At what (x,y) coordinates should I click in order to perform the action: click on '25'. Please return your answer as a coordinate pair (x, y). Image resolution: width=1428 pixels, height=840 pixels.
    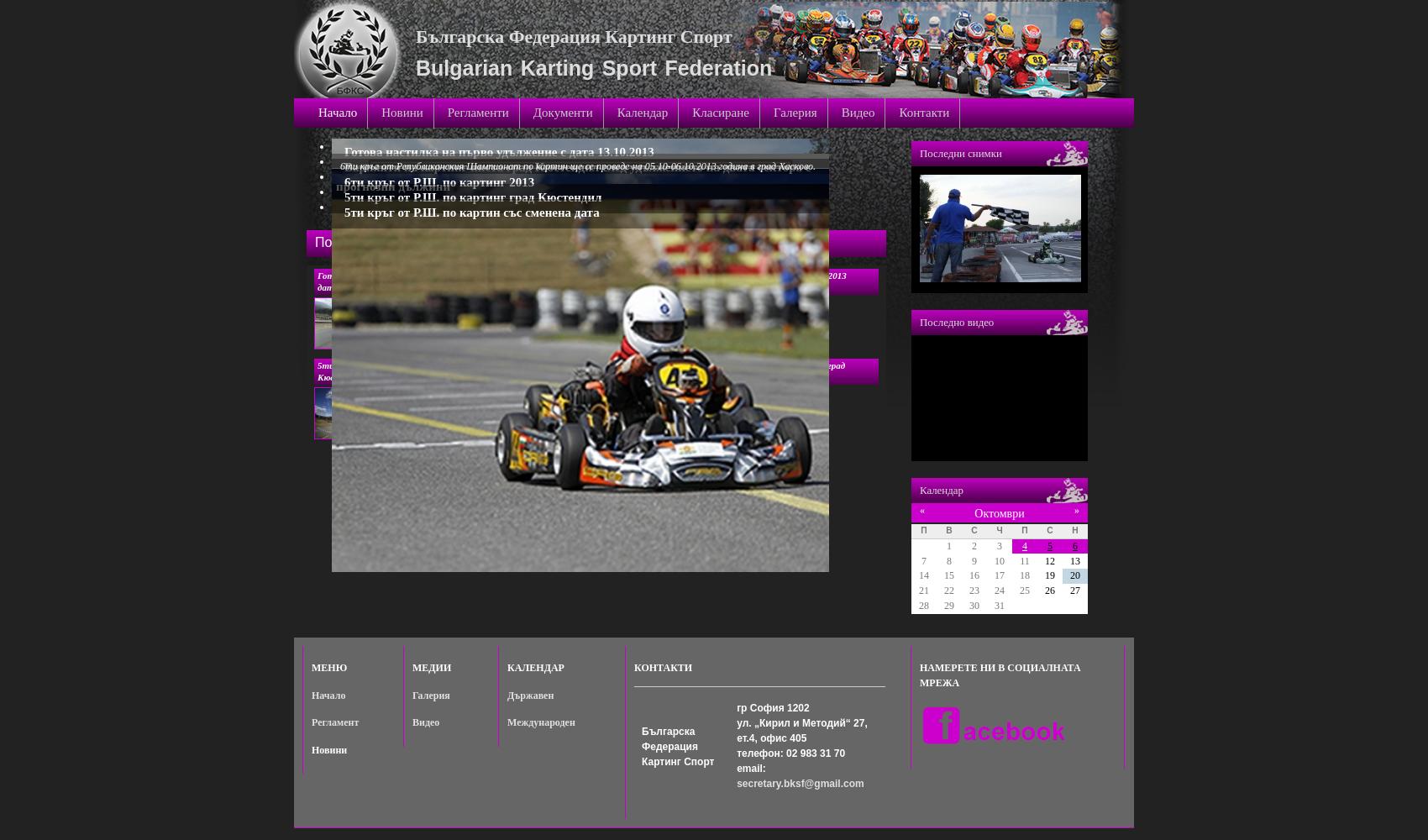
    Looking at the image, I should click on (1023, 590).